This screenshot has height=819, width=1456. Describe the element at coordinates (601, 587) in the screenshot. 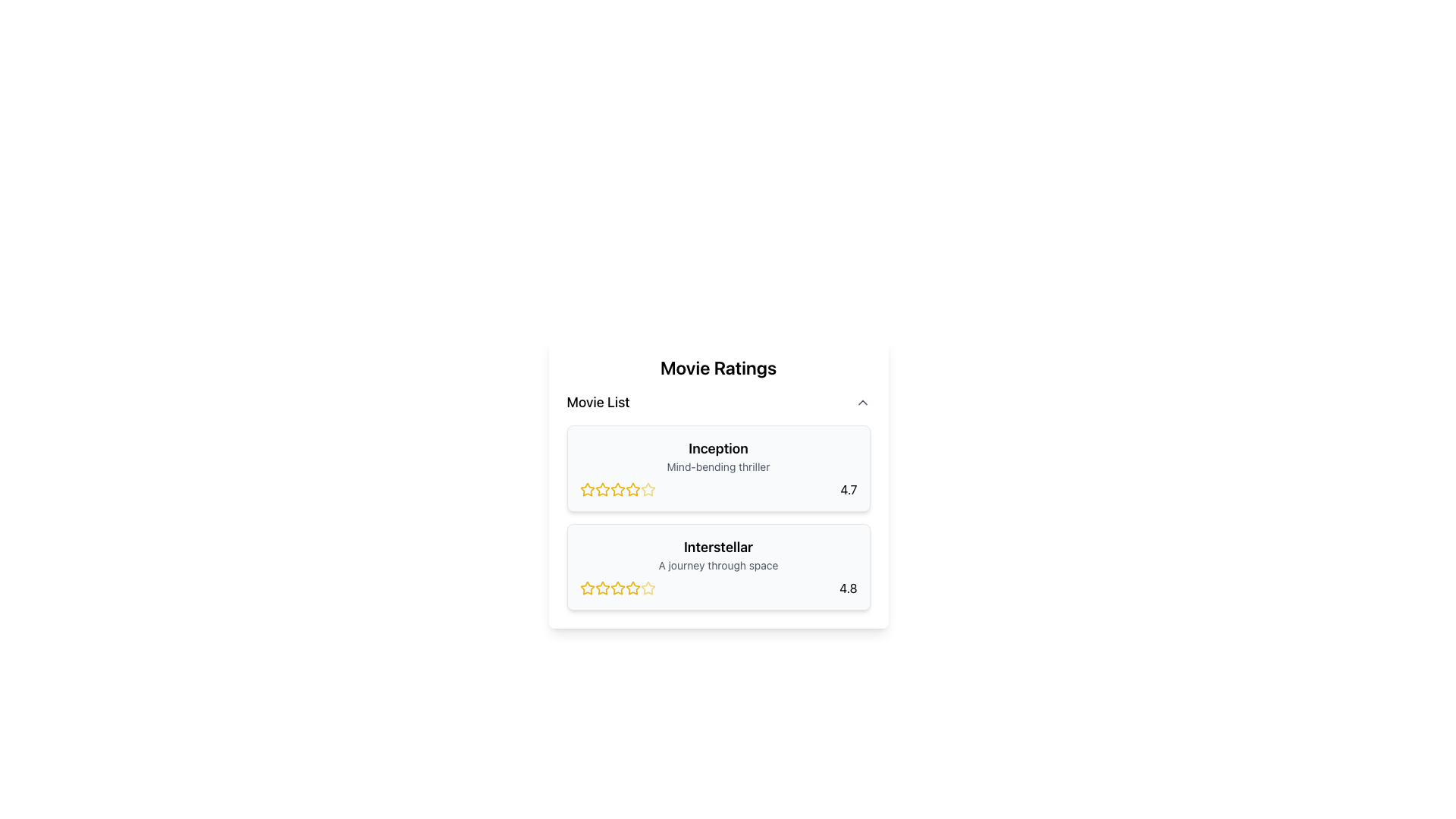

I see `the filled yellow star icon, which is the second star in the rating system for the movie 'Interstellar: A journey through space'` at that location.